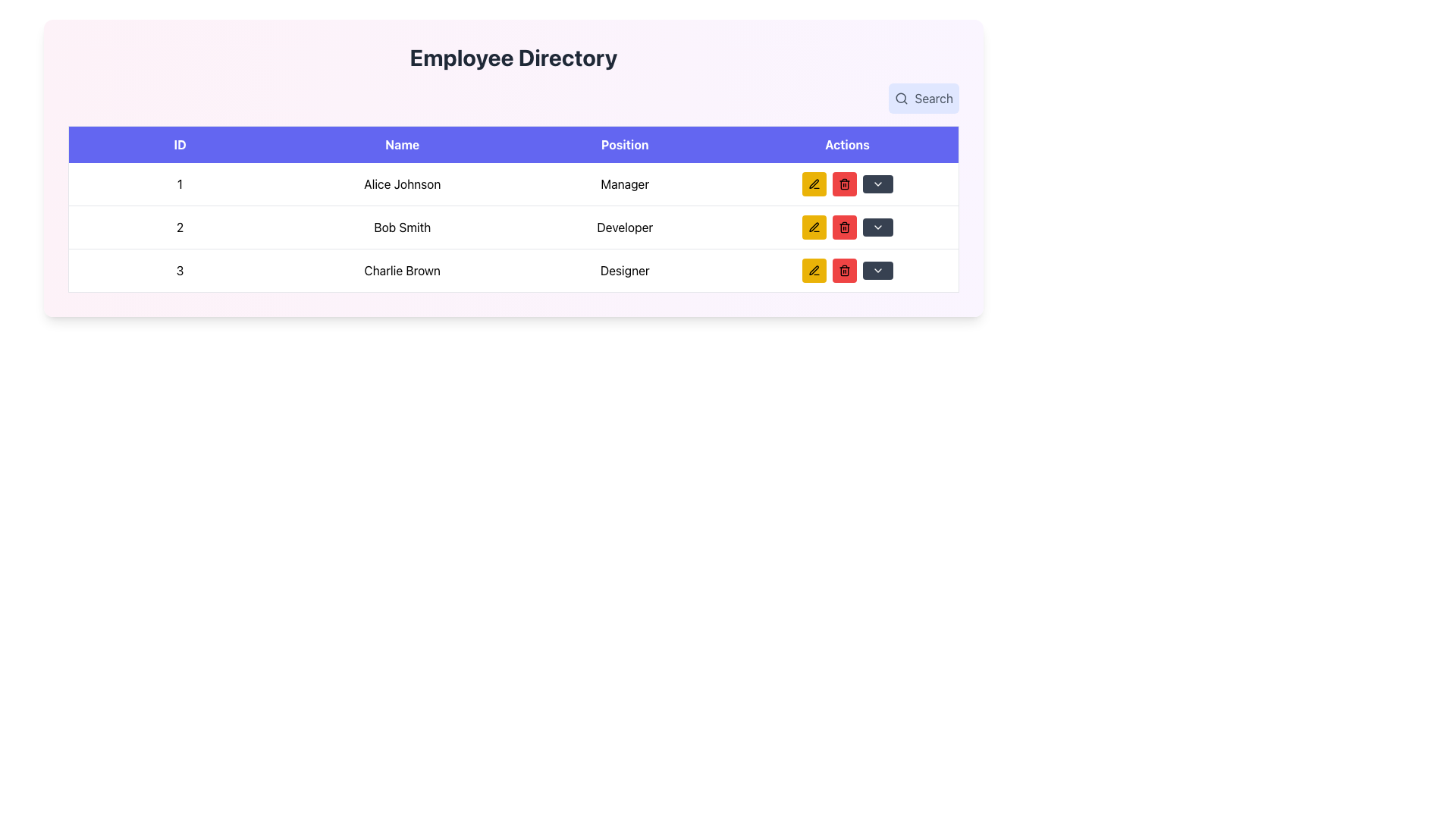  What do you see at coordinates (923, 99) in the screenshot?
I see `the 'Search' button located in the top-right corner of the interface, which has a light indigo background and contains a magnifying glass icon followed by the text 'Search'` at bounding box center [923, 99].